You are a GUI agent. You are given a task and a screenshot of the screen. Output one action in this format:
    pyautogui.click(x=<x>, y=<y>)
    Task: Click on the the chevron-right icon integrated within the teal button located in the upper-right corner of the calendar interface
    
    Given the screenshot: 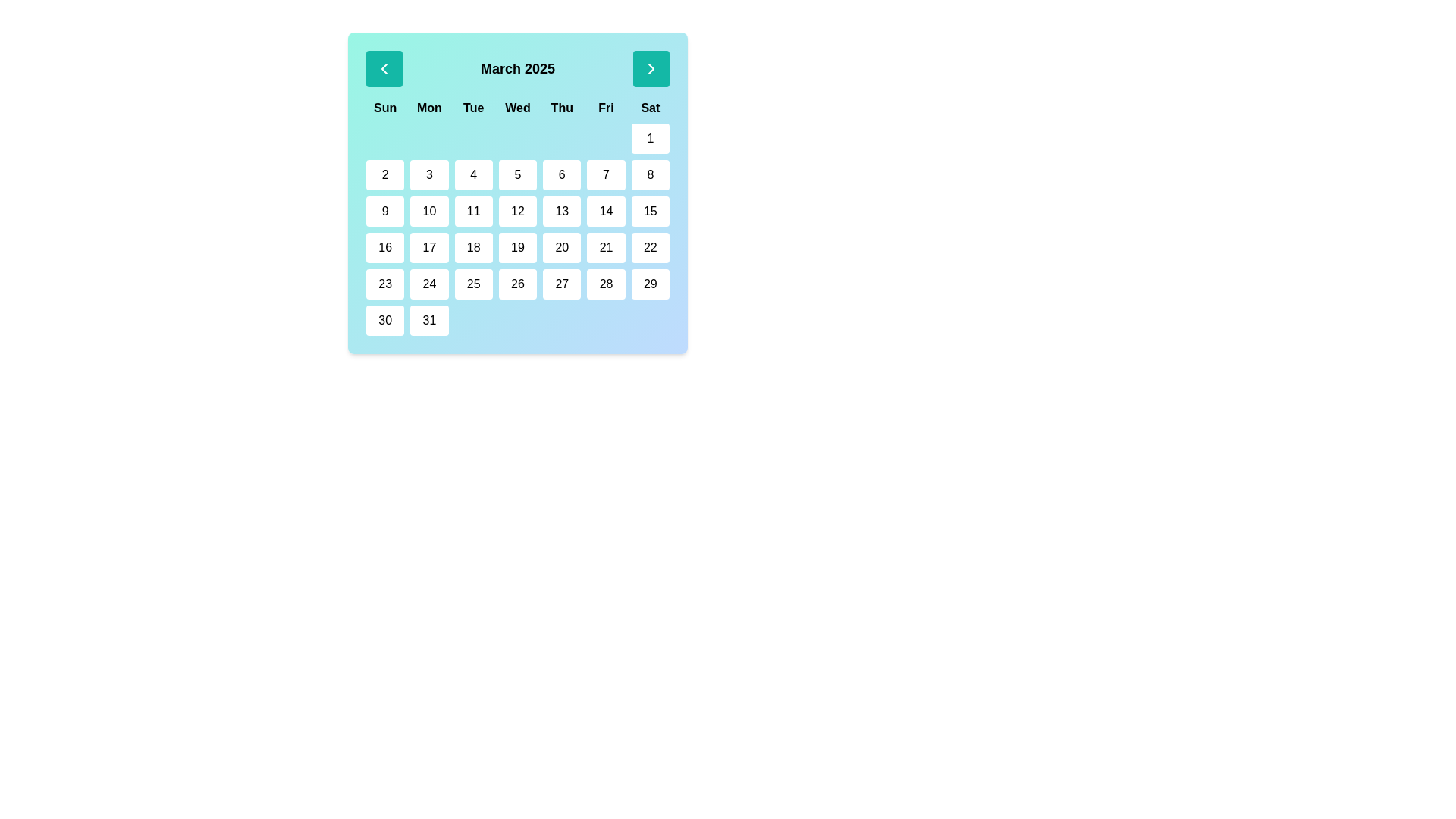 What is the action you would take?
    pyautogui.click(x=651, y=69)
    